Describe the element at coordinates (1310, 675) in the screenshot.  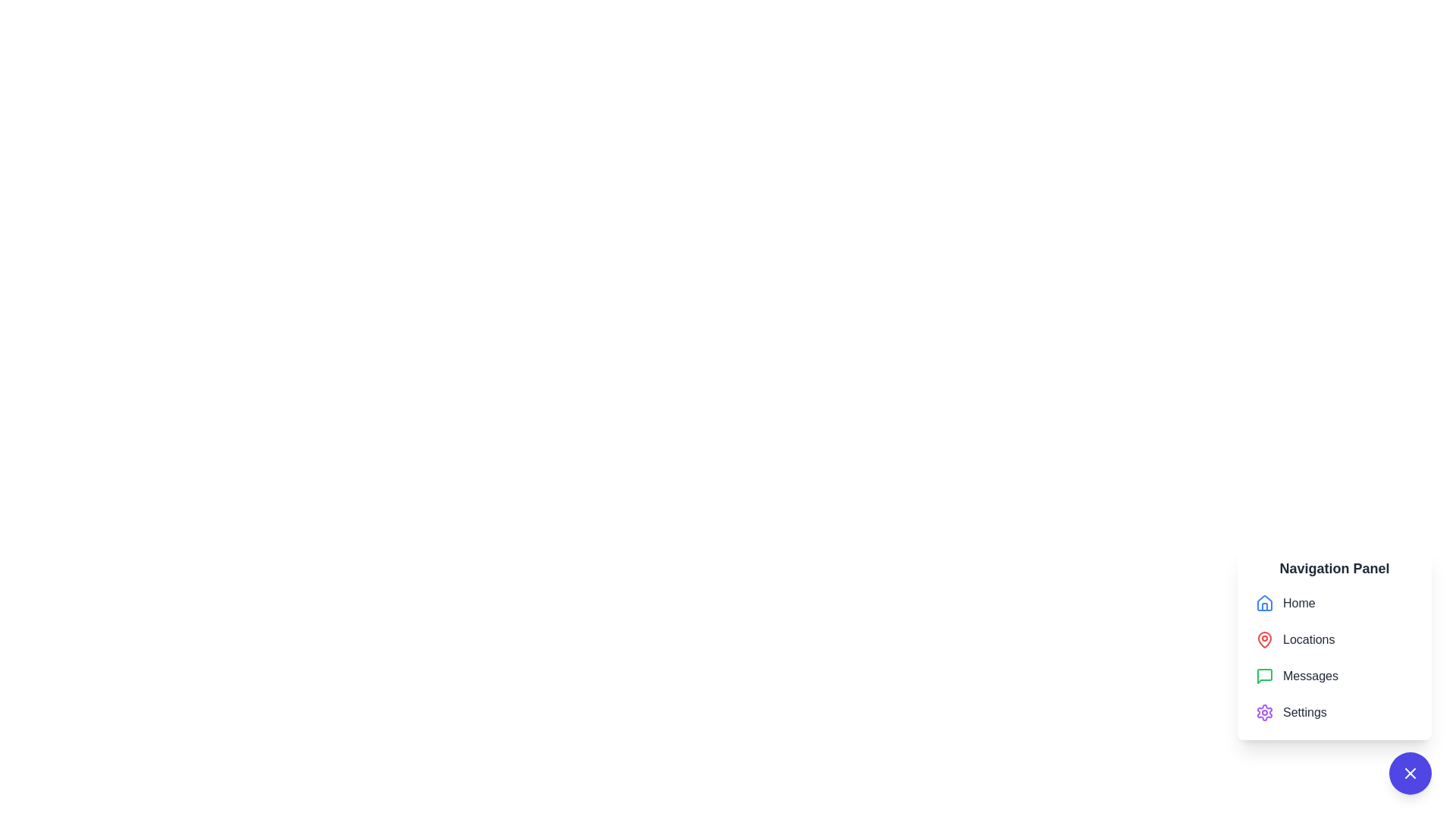
I see `the Text Label in the vertical navigation menu that indicates messages-related features, positioned to the right of the green speech-bubble icon` at that location.